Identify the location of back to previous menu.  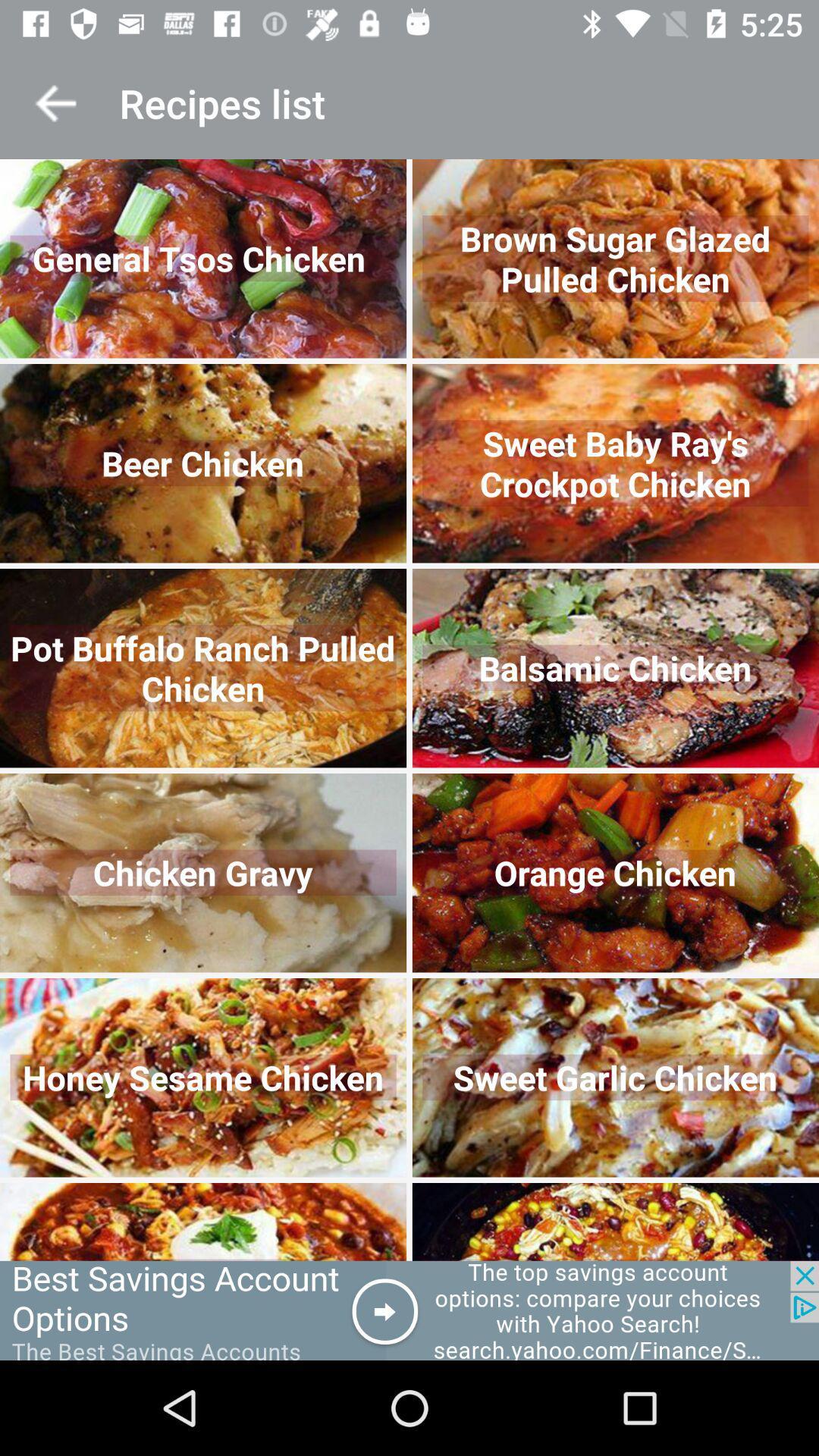
(55, 102).